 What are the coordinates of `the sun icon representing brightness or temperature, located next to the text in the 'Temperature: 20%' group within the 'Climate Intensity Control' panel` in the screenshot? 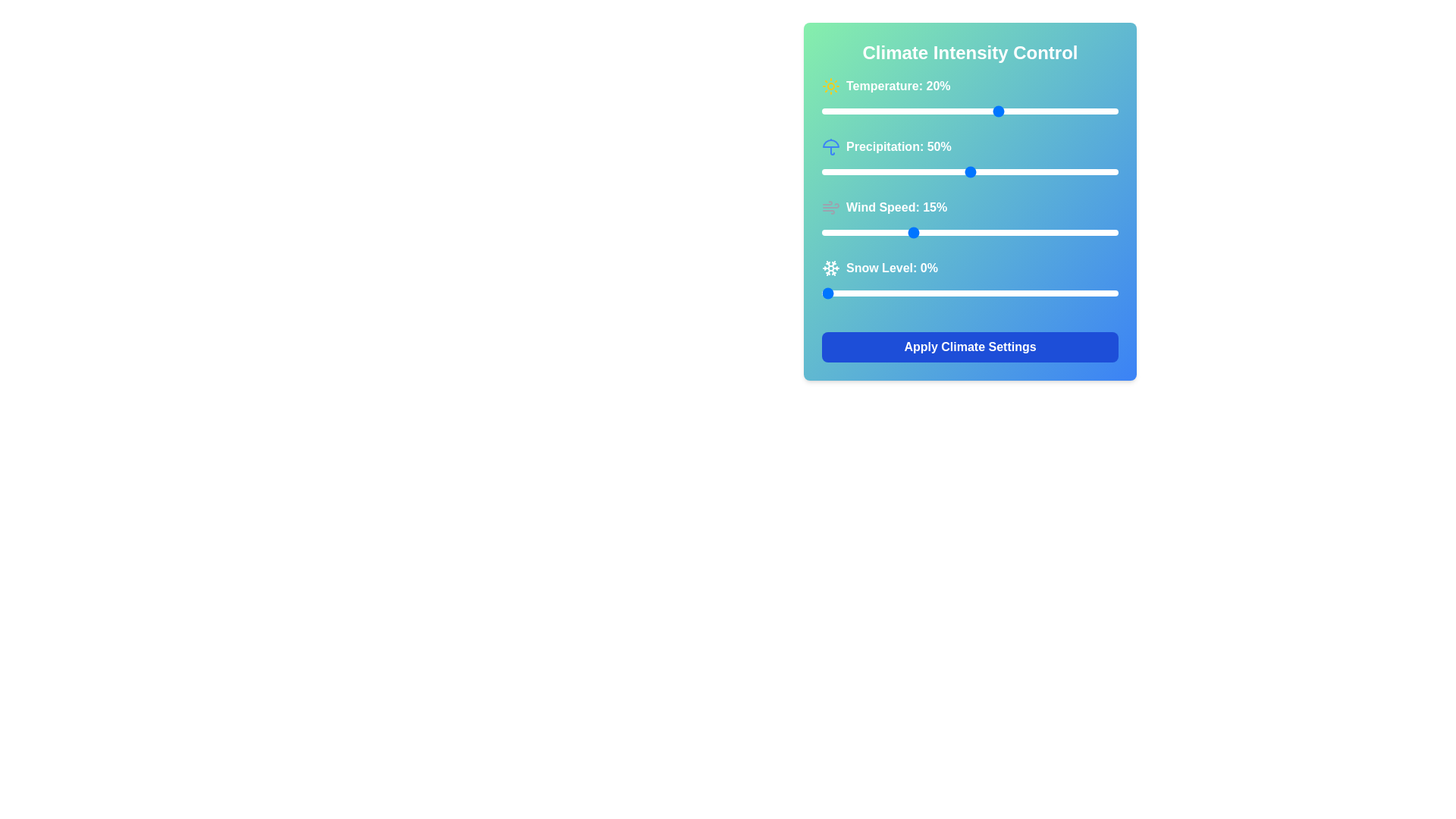 It's located at (830, 86).